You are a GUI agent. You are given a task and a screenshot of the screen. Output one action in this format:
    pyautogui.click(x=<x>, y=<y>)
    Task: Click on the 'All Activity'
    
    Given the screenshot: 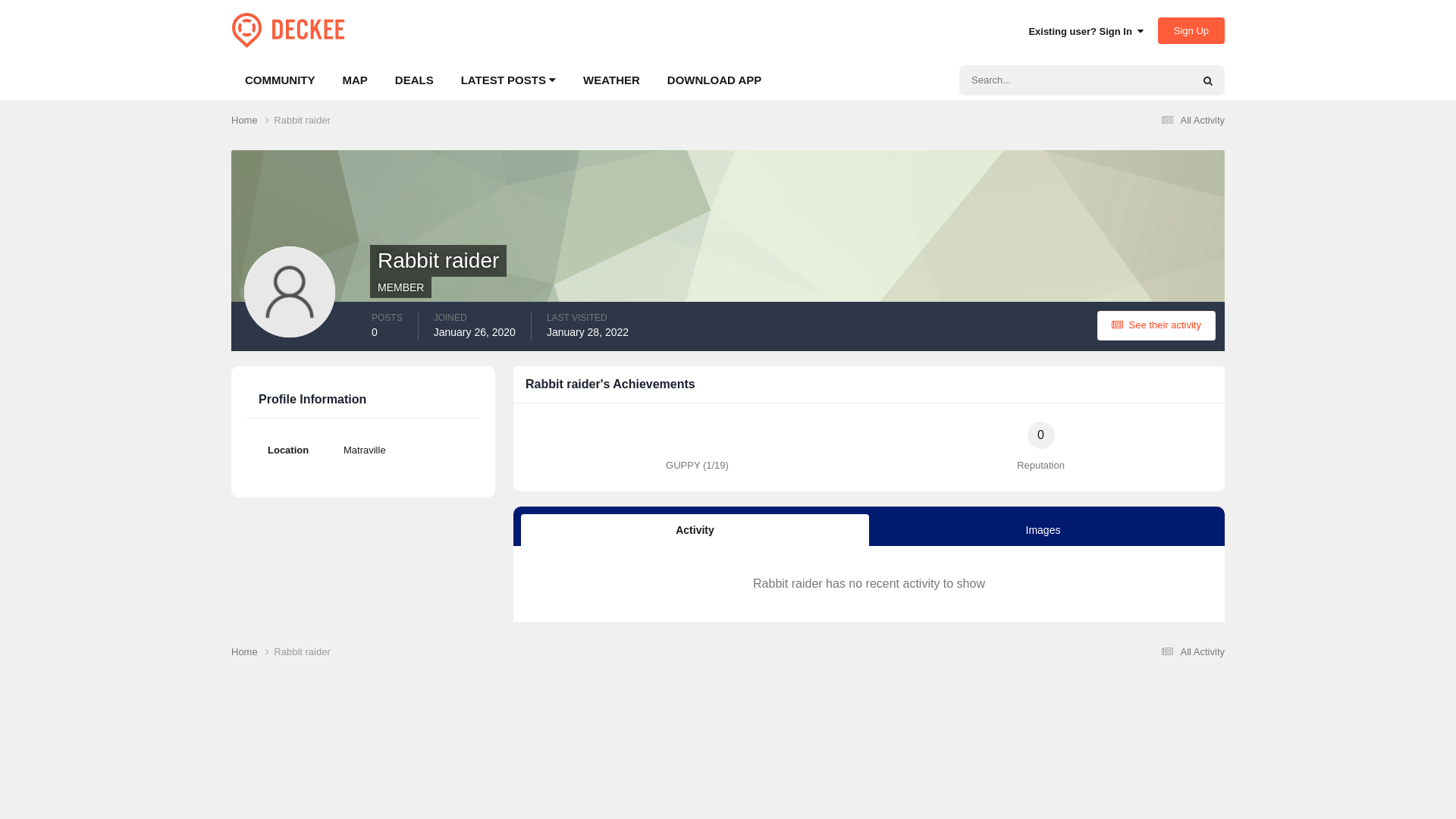 What is the action you would take?
    pyautogui.click(x=1190, y=119)
    